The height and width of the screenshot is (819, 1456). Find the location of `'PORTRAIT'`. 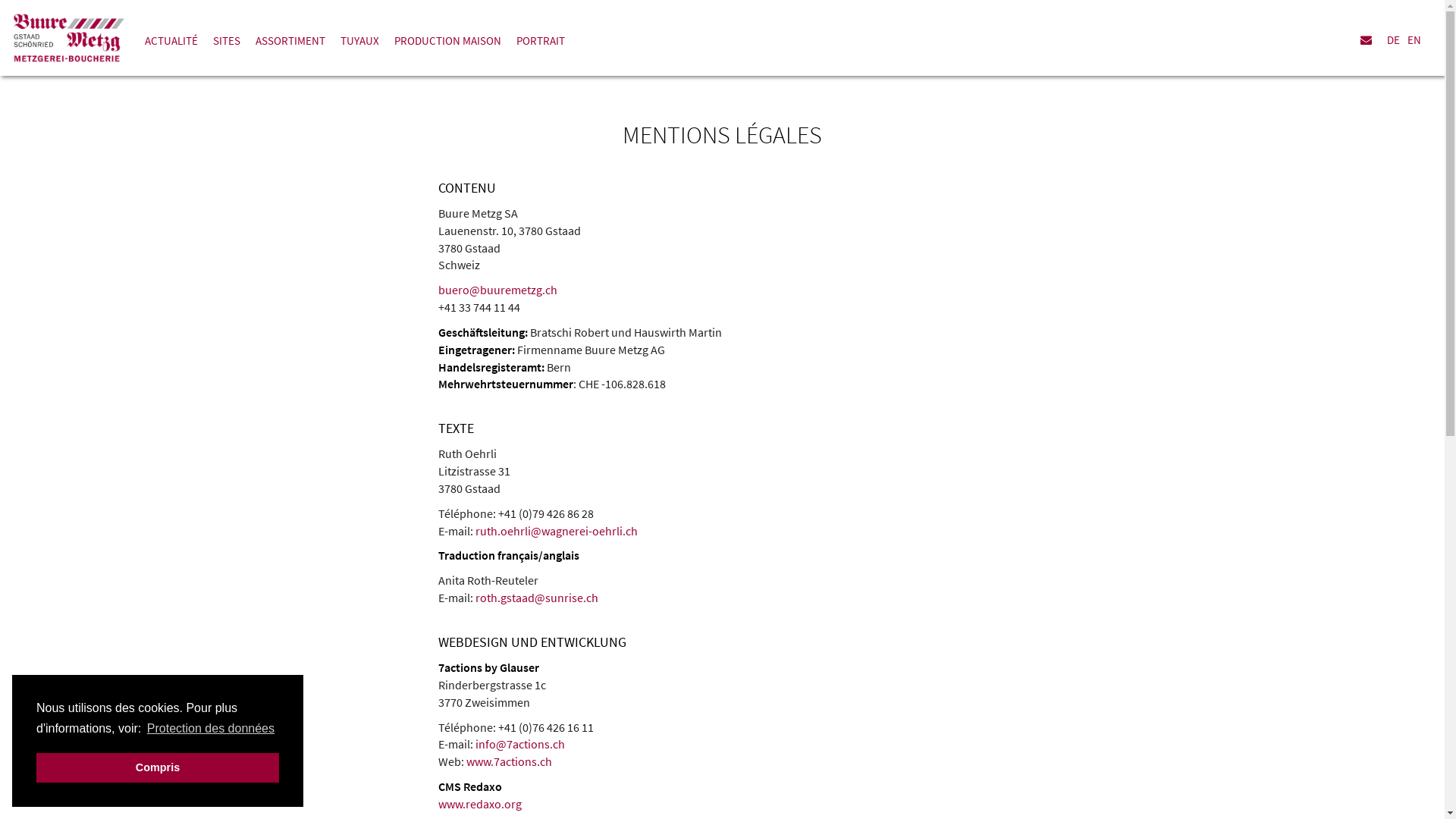

'PORTRAIT' is located at coordinates (541, 40).